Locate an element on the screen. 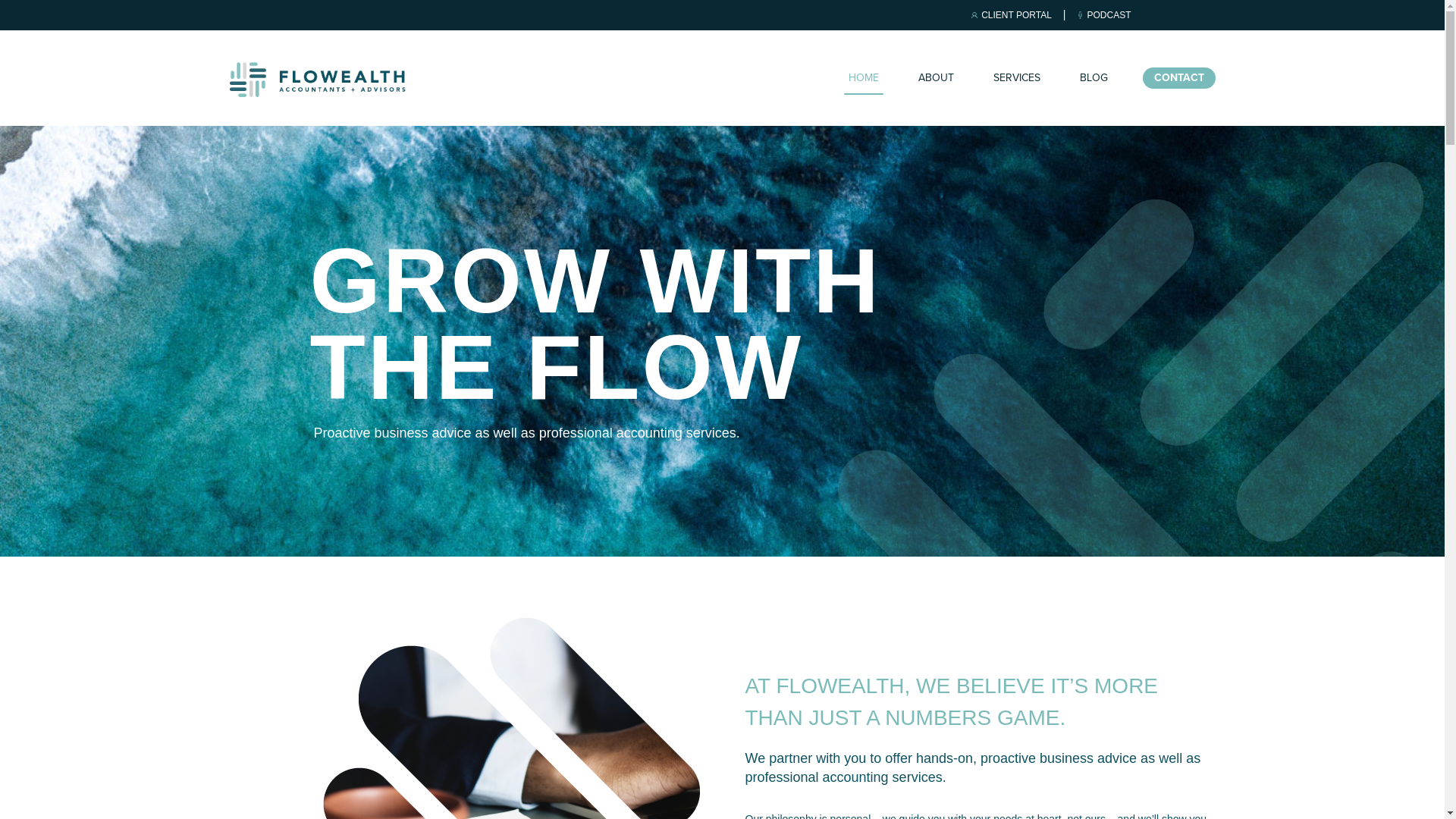  'HOME' is located at coordinates (862, 78).